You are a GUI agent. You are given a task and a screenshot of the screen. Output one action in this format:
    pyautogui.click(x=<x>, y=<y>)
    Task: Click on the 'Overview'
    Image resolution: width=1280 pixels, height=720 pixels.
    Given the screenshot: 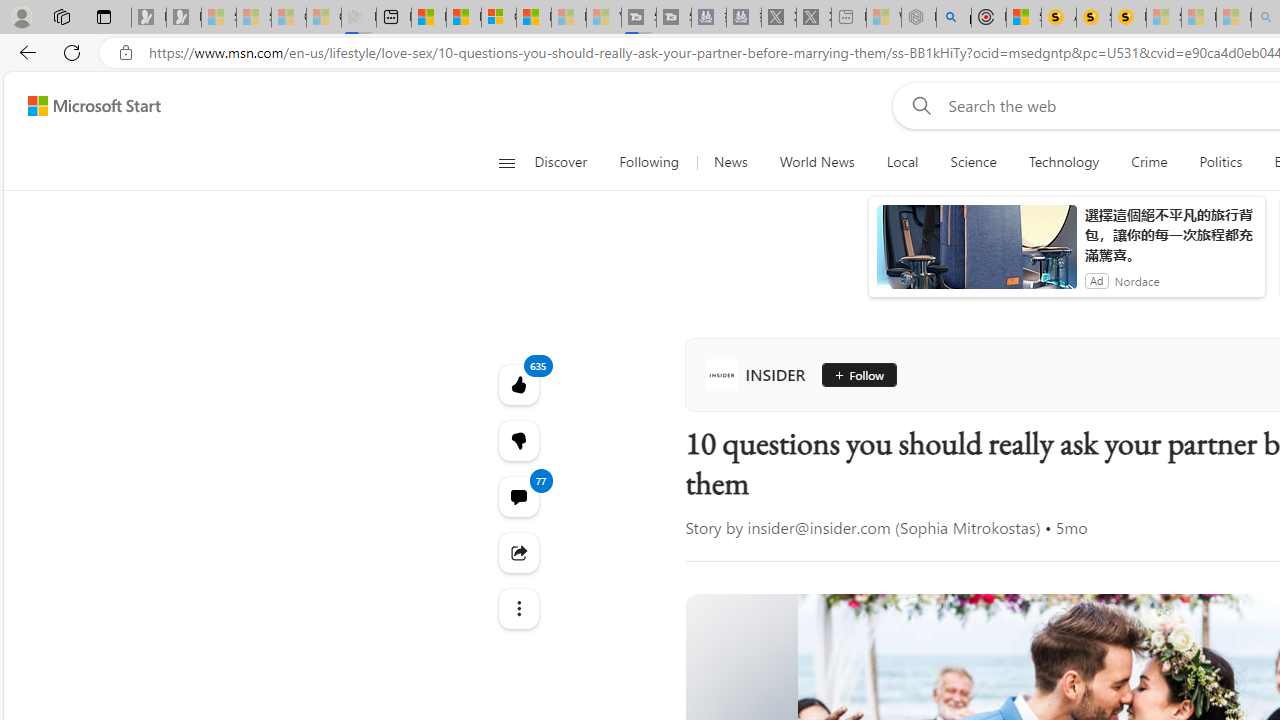 What is the action you would take?
    pyautogui.click(x=499, y=17)
    